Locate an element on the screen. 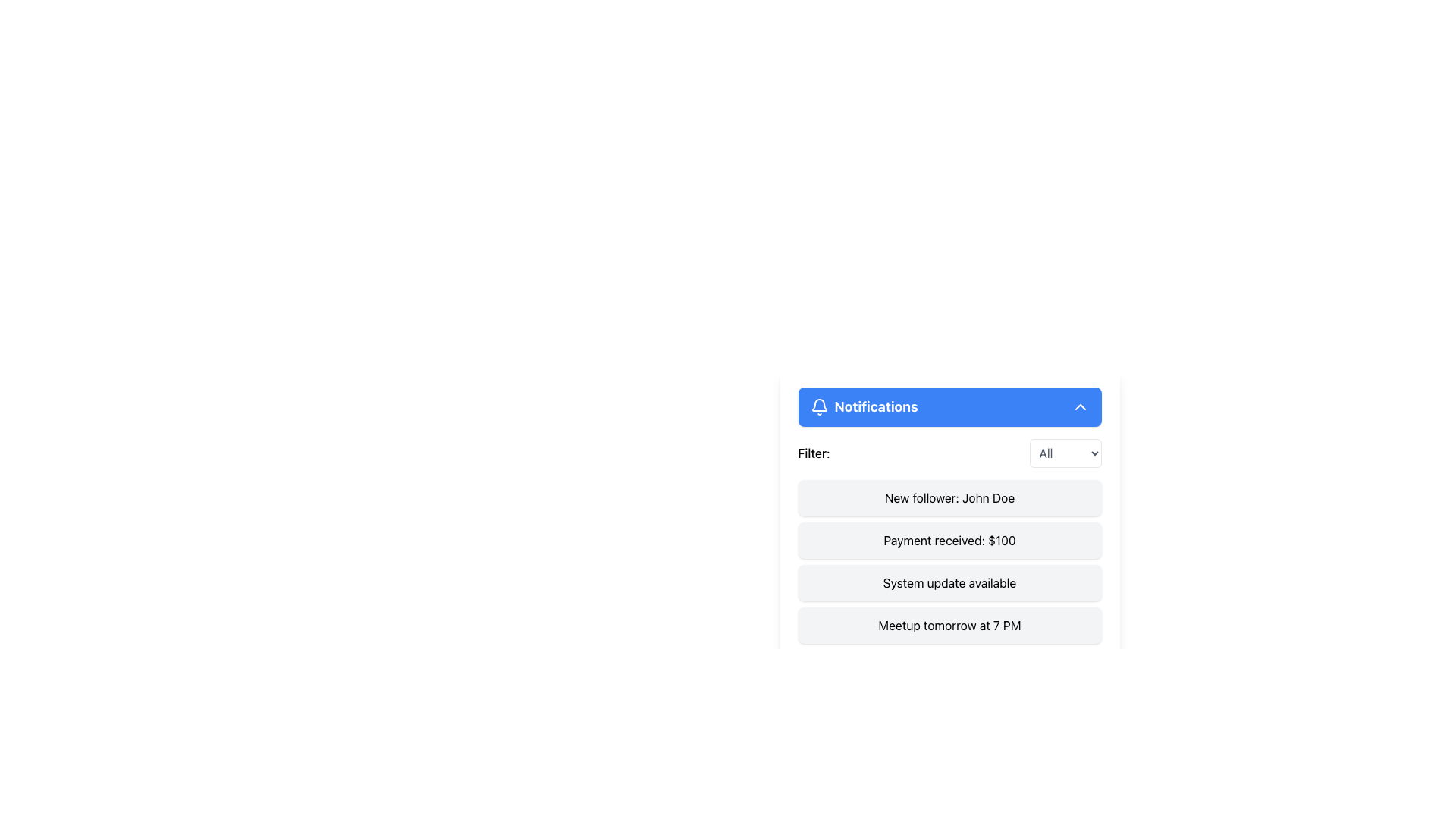  the Notification card displaying a payment received of $100, which is positioned second from the top in the notification stack is located at coordinates (949, 540).